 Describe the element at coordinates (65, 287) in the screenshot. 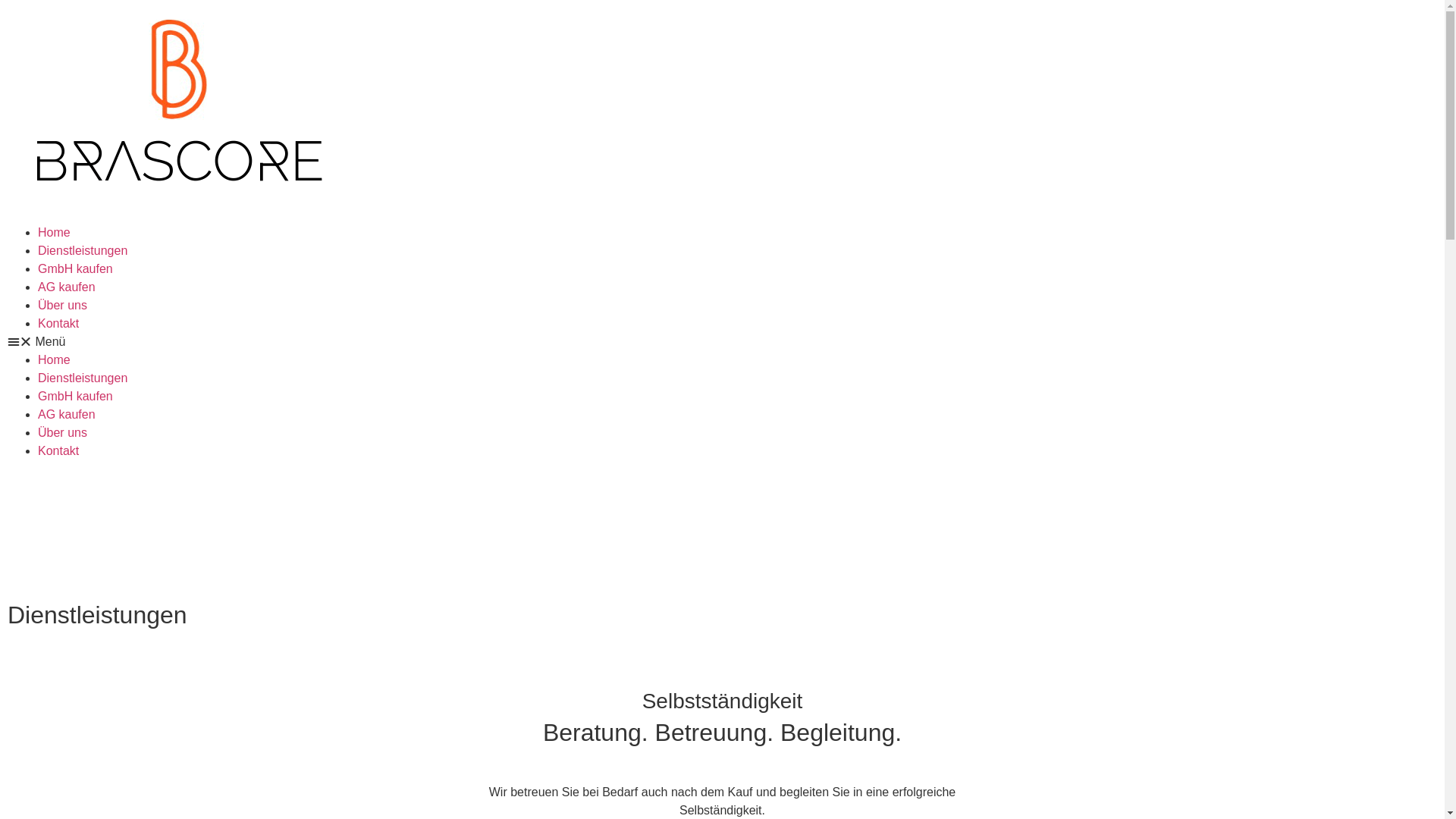

I see `'AG kaufen'` at that location.